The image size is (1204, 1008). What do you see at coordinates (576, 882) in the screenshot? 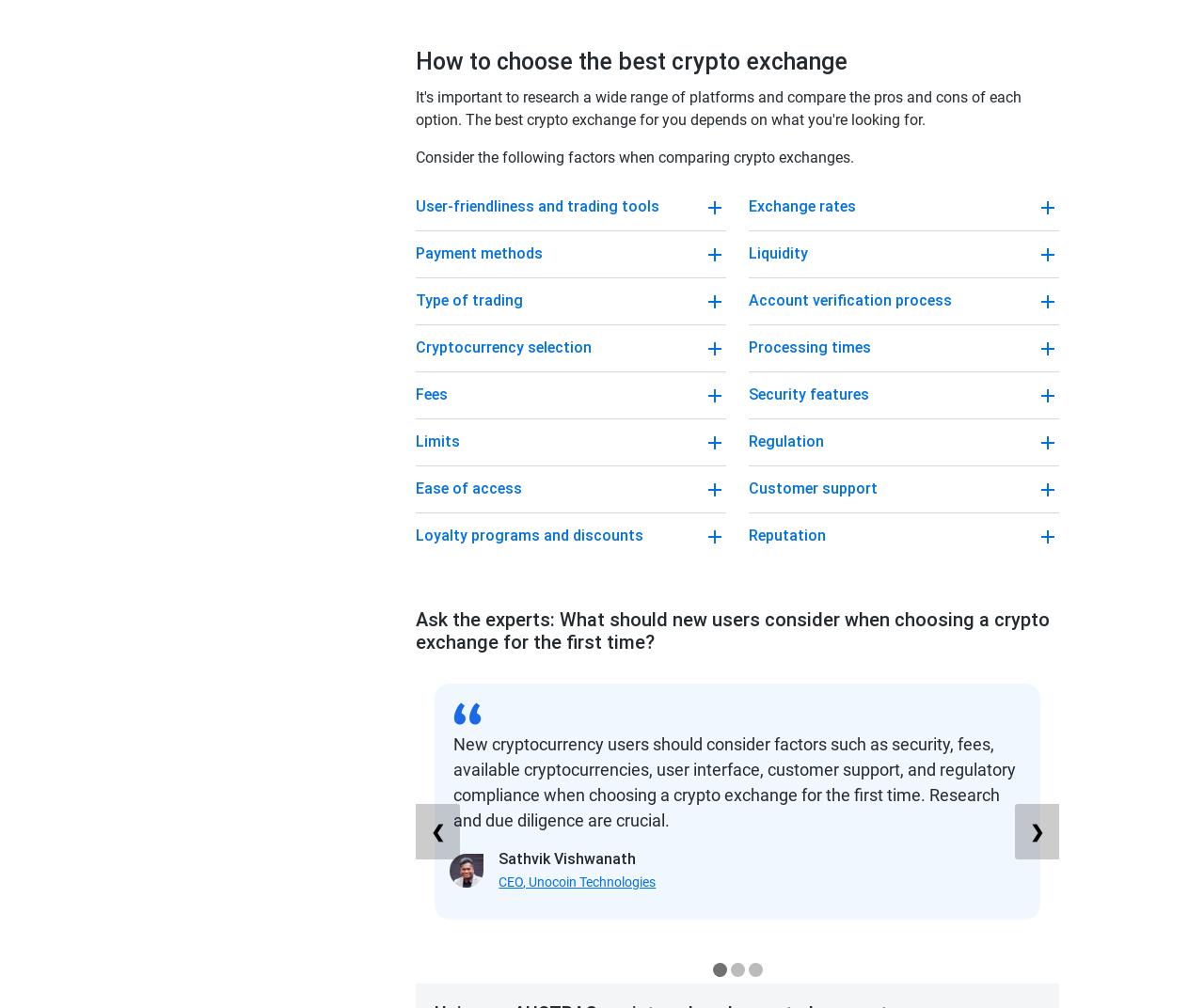
I see `'CEO, Unocoin Technologies'` at bounding box center [576, 882].